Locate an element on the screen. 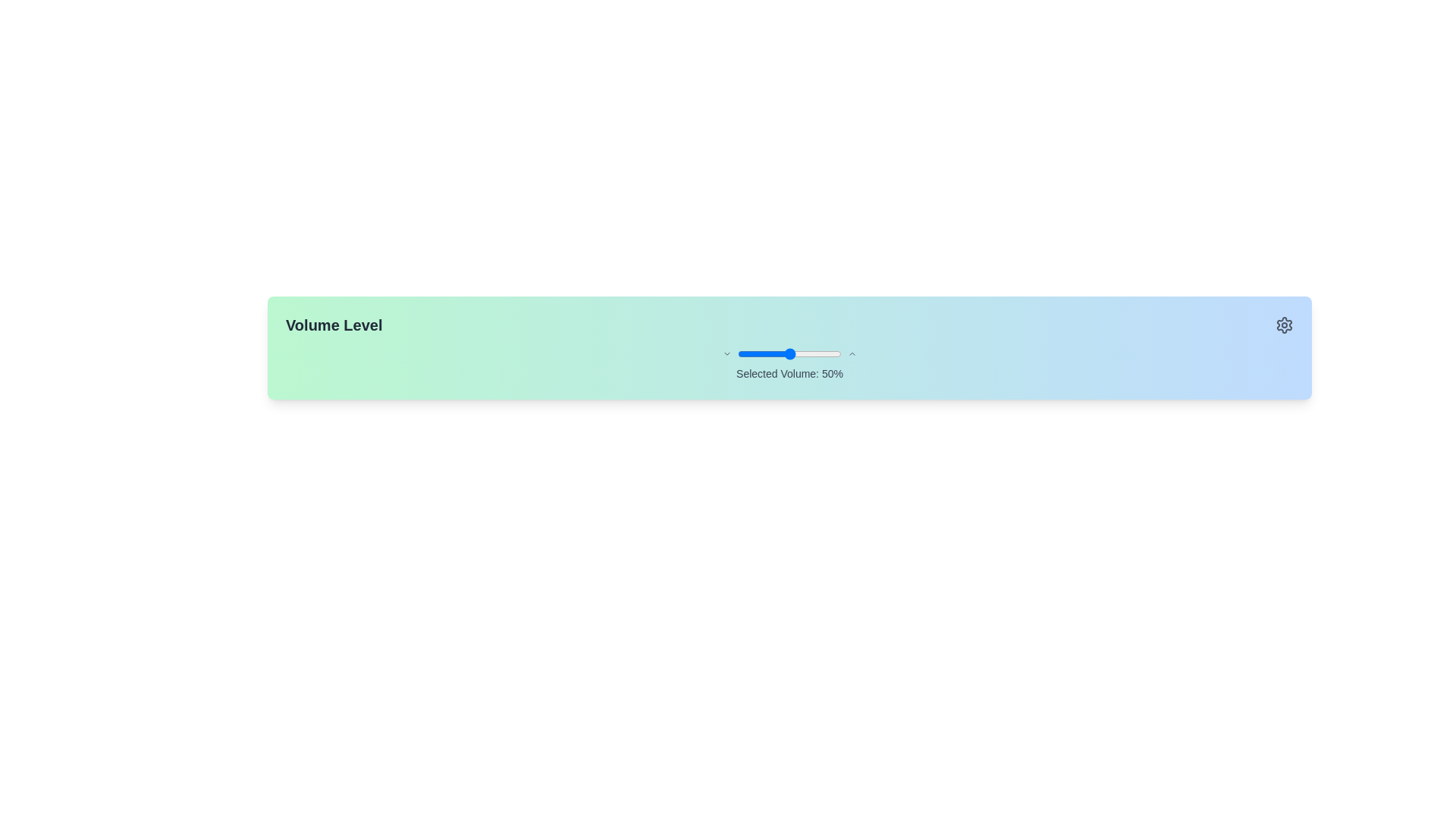  the slider value is located at coordinates (752, 353).